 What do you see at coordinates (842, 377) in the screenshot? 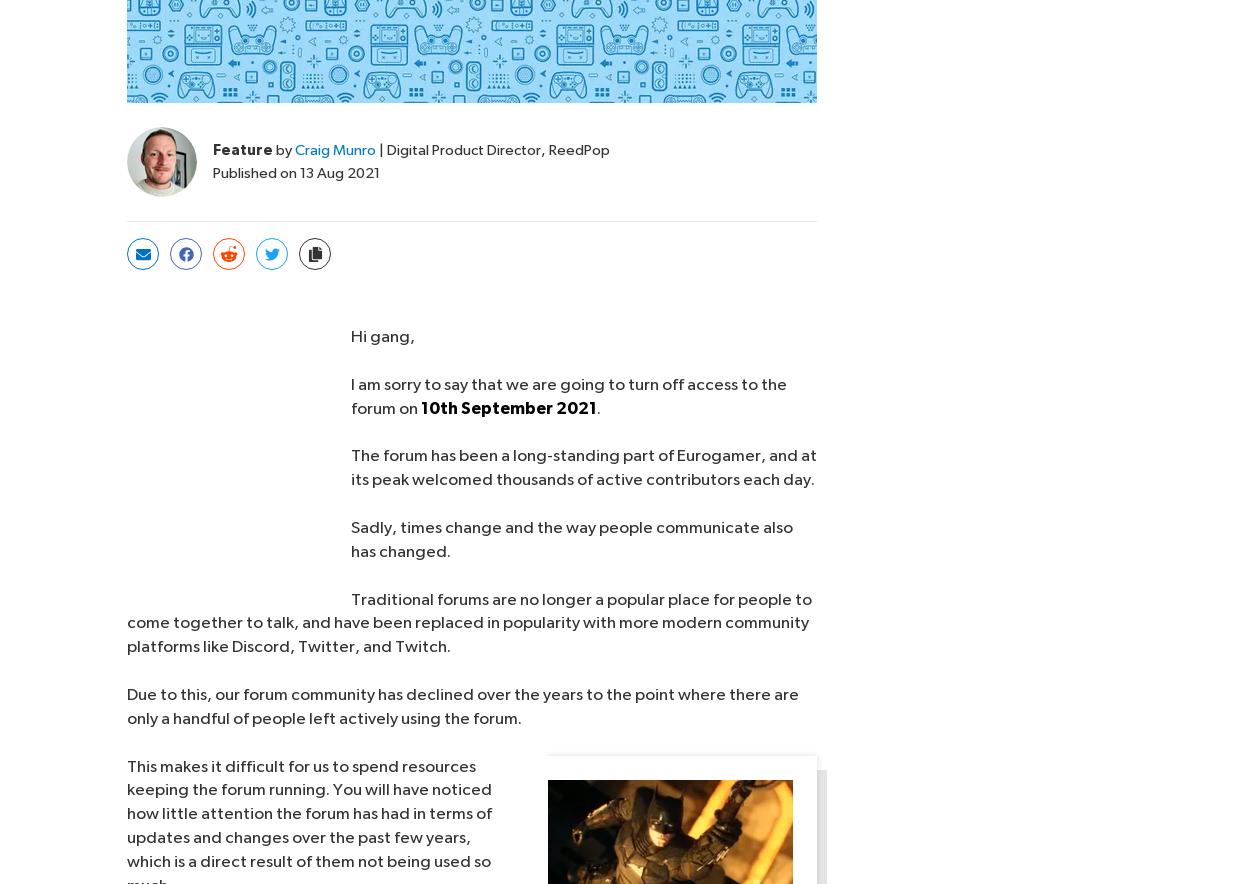
I see `'Supporters |'` at bounding box center [842, 377].